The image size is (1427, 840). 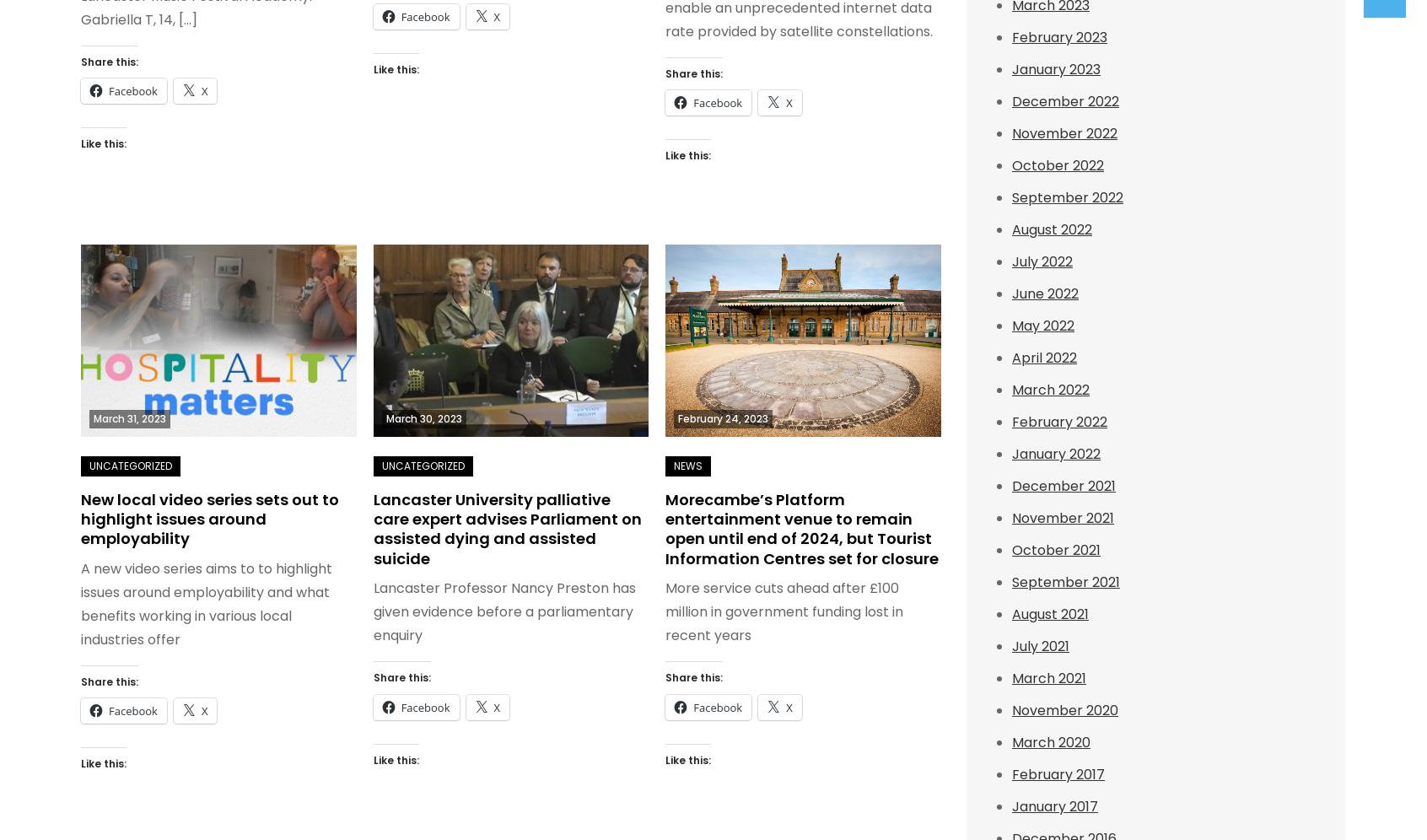 I want to click on 'January 2022', so click(x=1056, y=454).